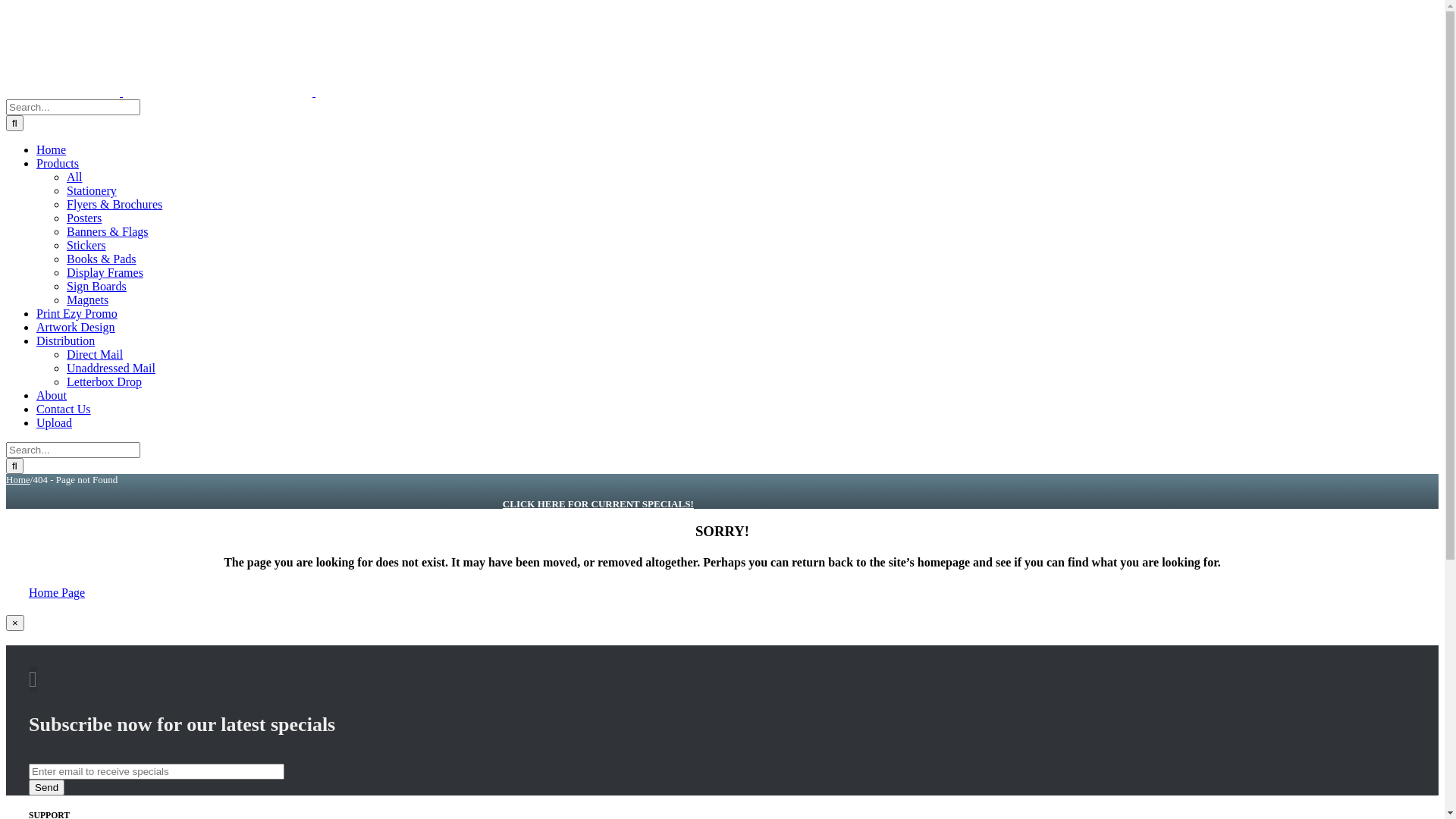 This screenshot has width=1456, height=819. What do you see at coordinates (597, 504) in the screenshot?
I see `'CLICK HERE FOR CURRENT SPECIALS!'` at bounding box center [597, 504].